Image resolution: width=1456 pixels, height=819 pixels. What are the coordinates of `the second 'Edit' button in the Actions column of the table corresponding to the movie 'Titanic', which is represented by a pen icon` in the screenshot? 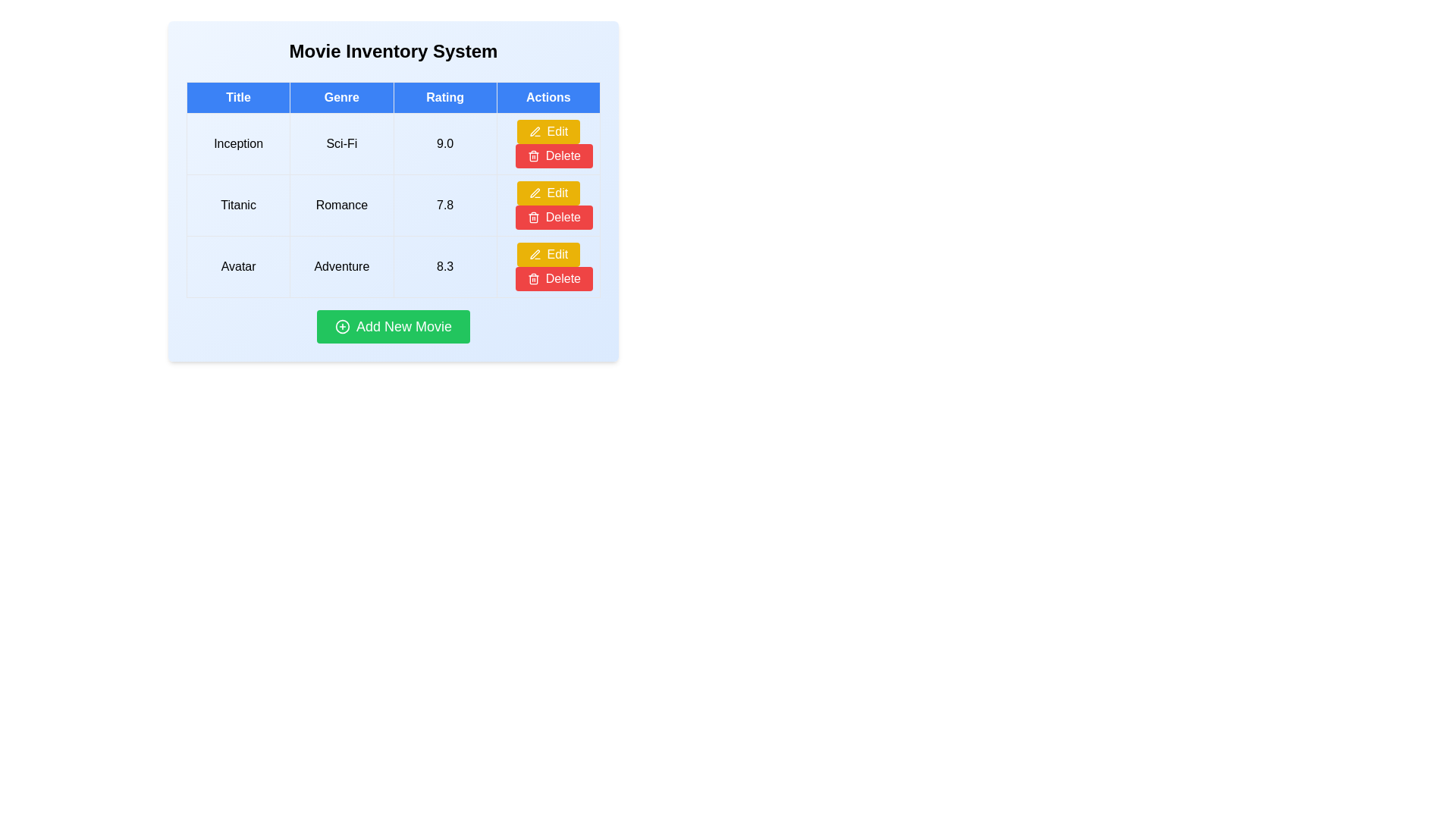 It's located at (535, 192).